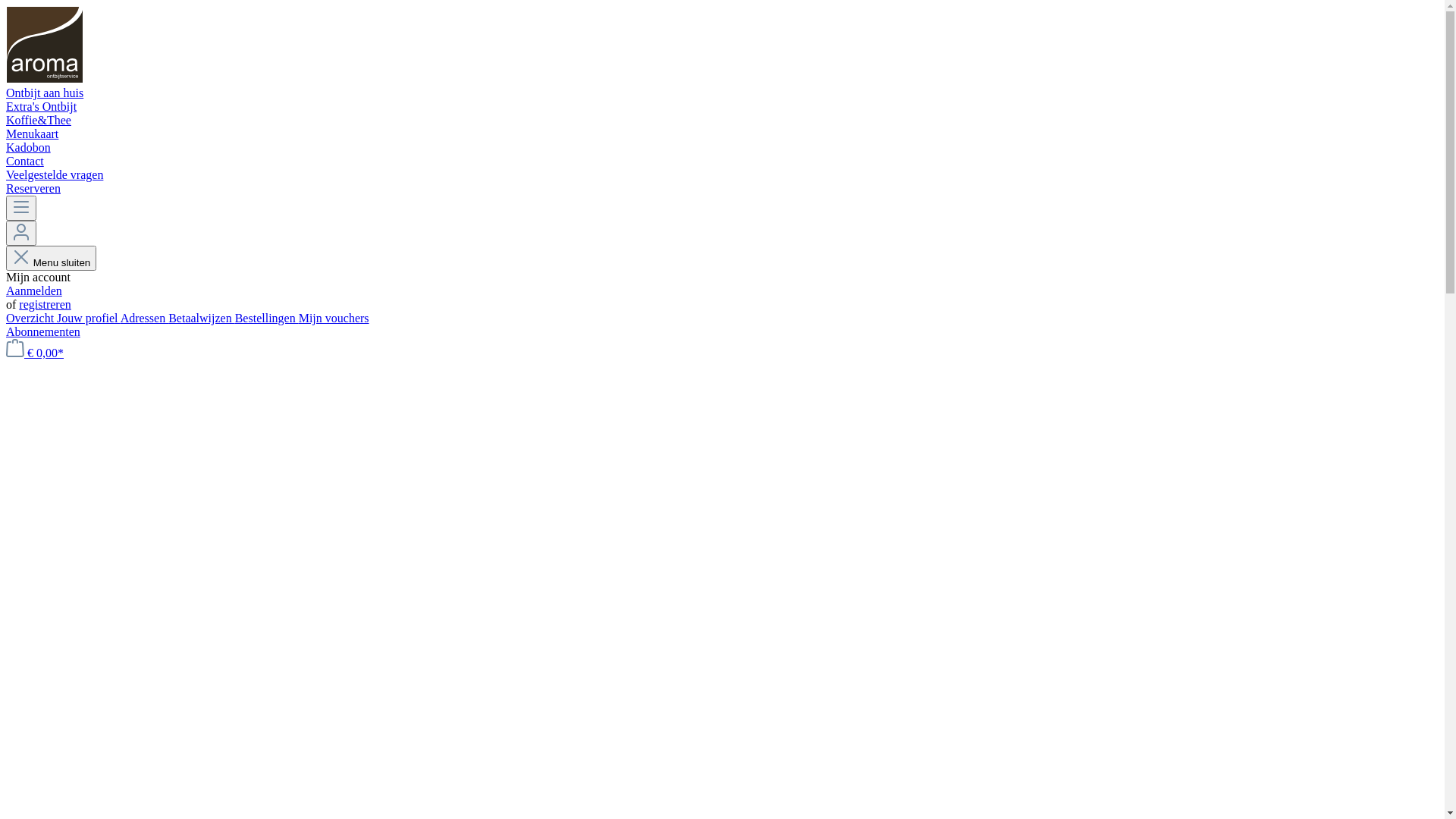  Describe the element at coordinates (21, 233) in the screenshot. I see `'Mijn account'` at that location.